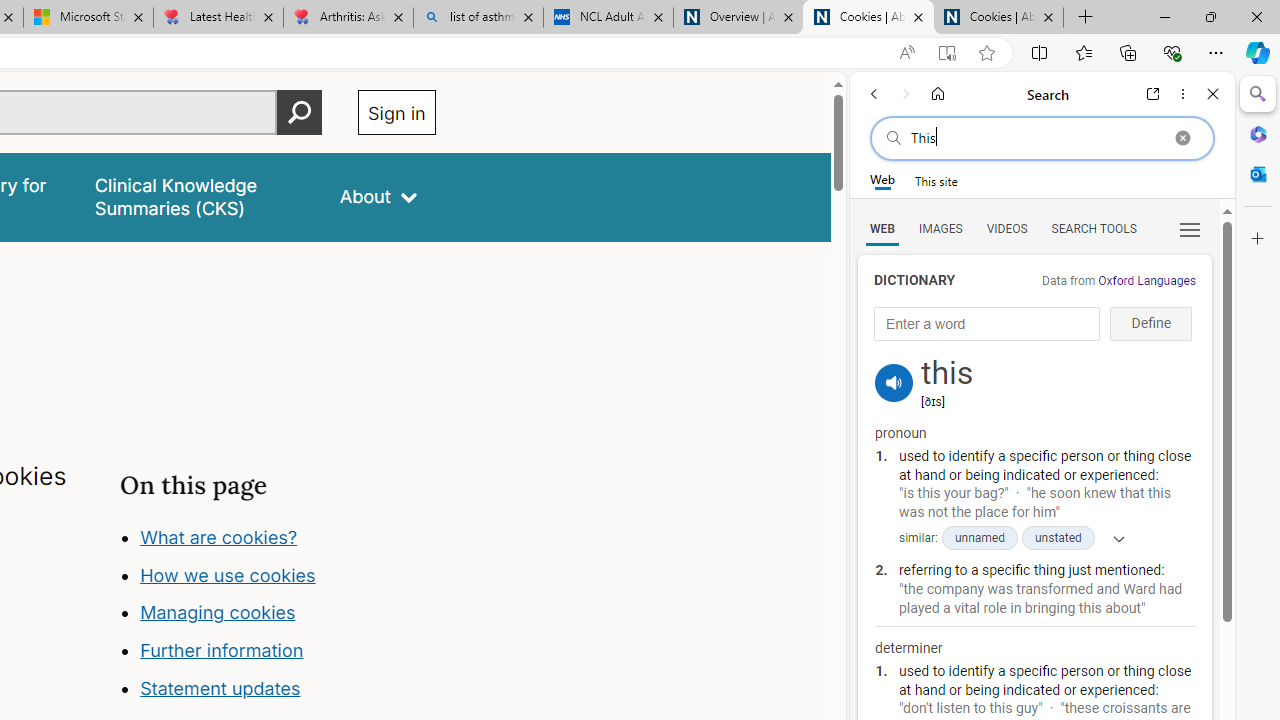  I want to click on 'unstated', so click(1056, 537).